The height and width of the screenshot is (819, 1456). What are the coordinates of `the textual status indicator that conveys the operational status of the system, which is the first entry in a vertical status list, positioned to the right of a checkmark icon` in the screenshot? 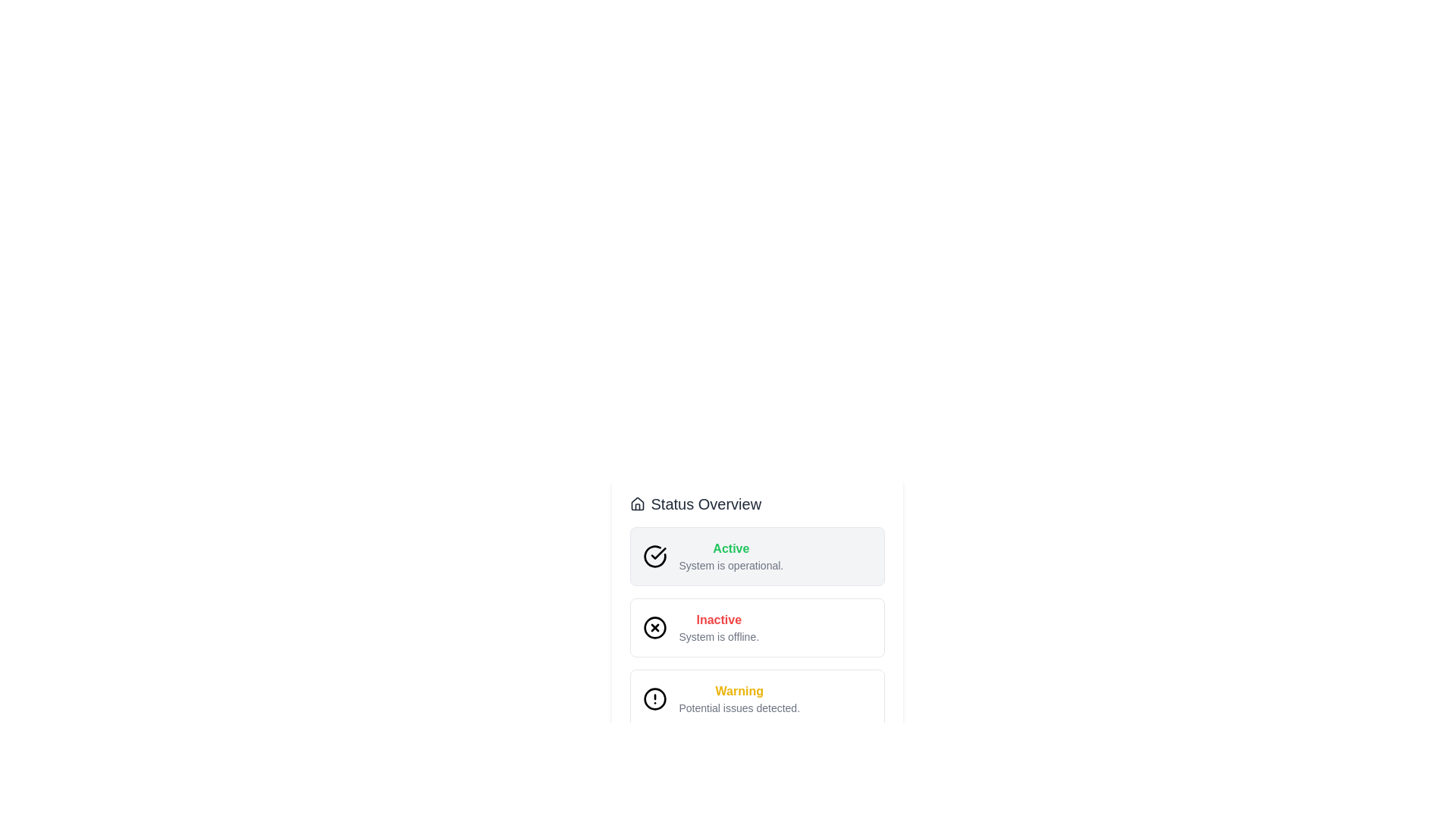 It's located at (731, 556).